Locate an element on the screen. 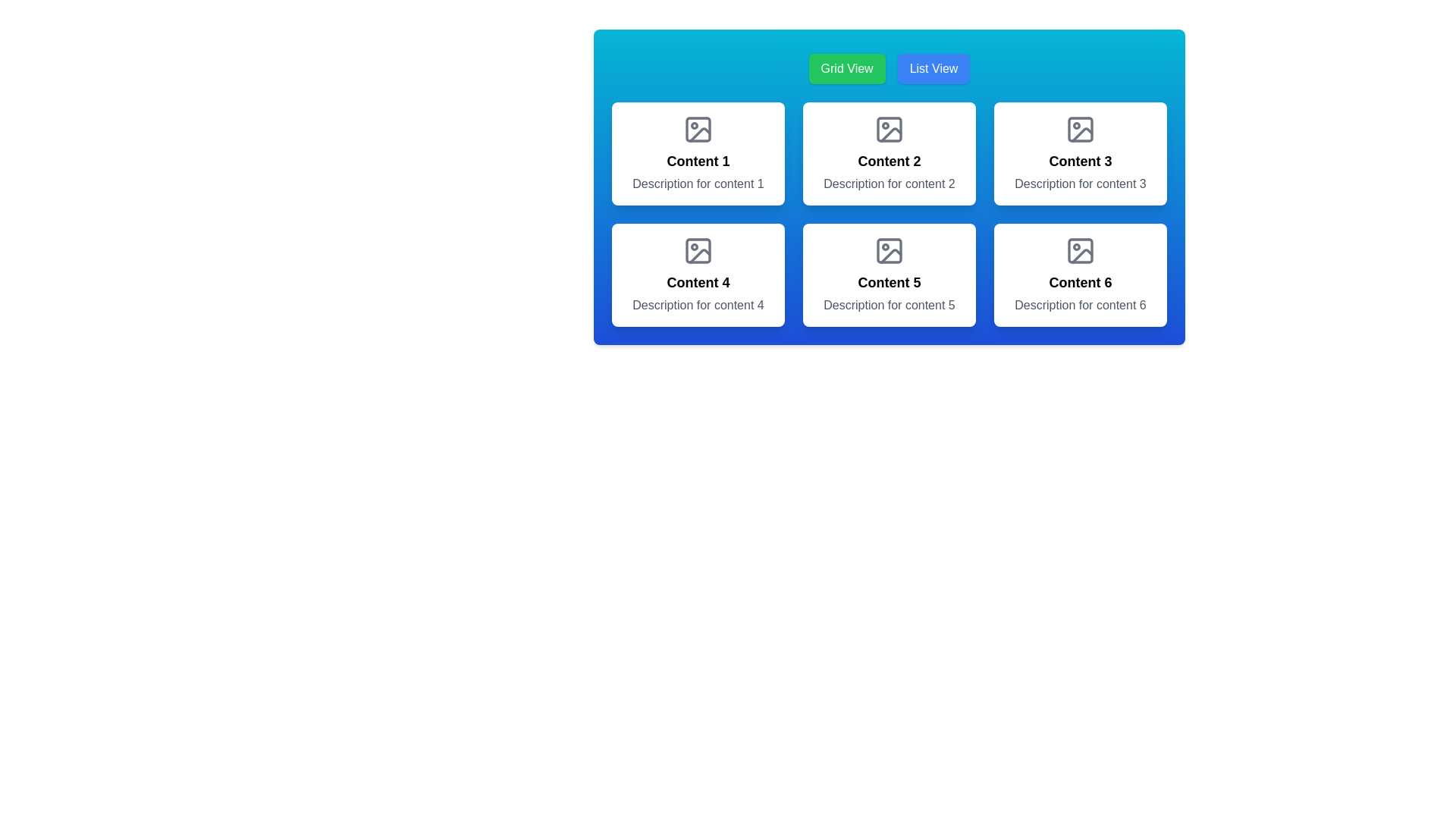 Image resolution: width=1456 pixels, height=819 pixels. the image icon located at the top-center of the first content card ('Content 1') in the grid of cards is located at coordinates (698, 128).